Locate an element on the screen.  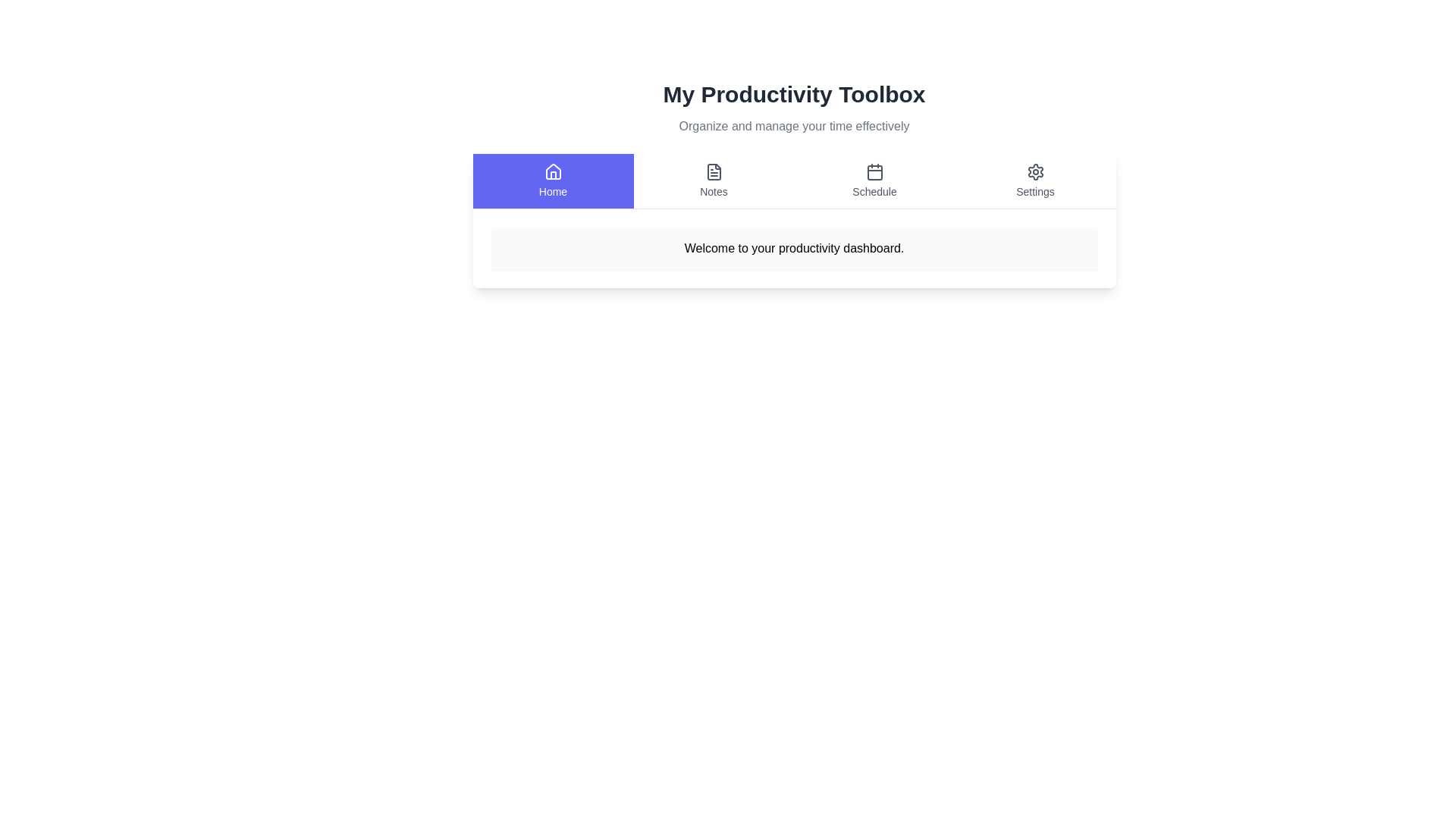
static text that says 'Organize and manage your time effectively', located below the main heading 'My Productivity Toolbox' at the top-center of the interface is located at coordinates (793, 125).